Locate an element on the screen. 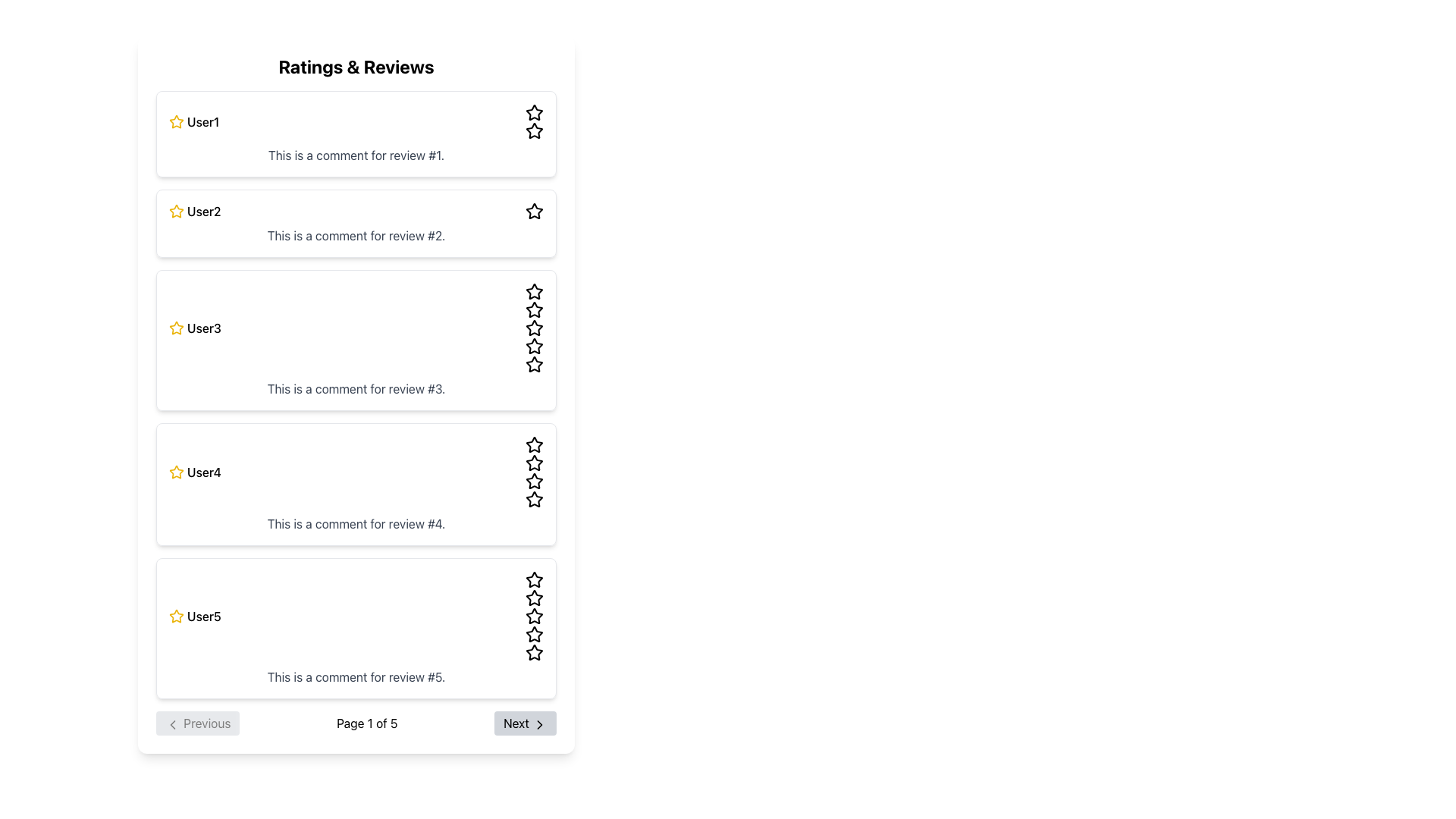 The image size is (1456, 819). the fifth rating star icon located to the right of the 'User5' block is located at coordinates (535, 617).